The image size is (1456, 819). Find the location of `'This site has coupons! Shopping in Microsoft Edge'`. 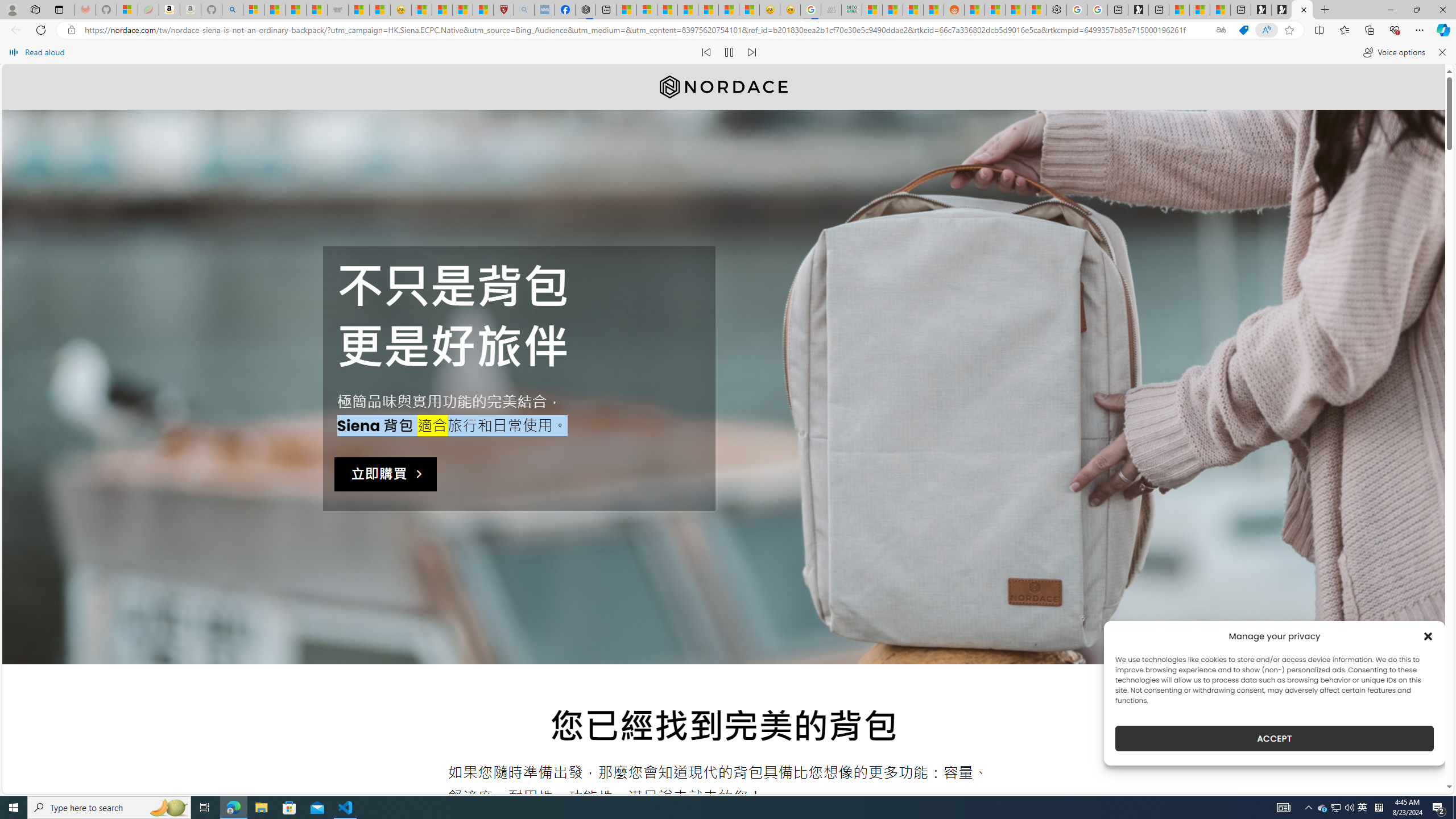

'This site has coupons! Shopping in Microsoft Edge' is located at coordinates (1243, 30).